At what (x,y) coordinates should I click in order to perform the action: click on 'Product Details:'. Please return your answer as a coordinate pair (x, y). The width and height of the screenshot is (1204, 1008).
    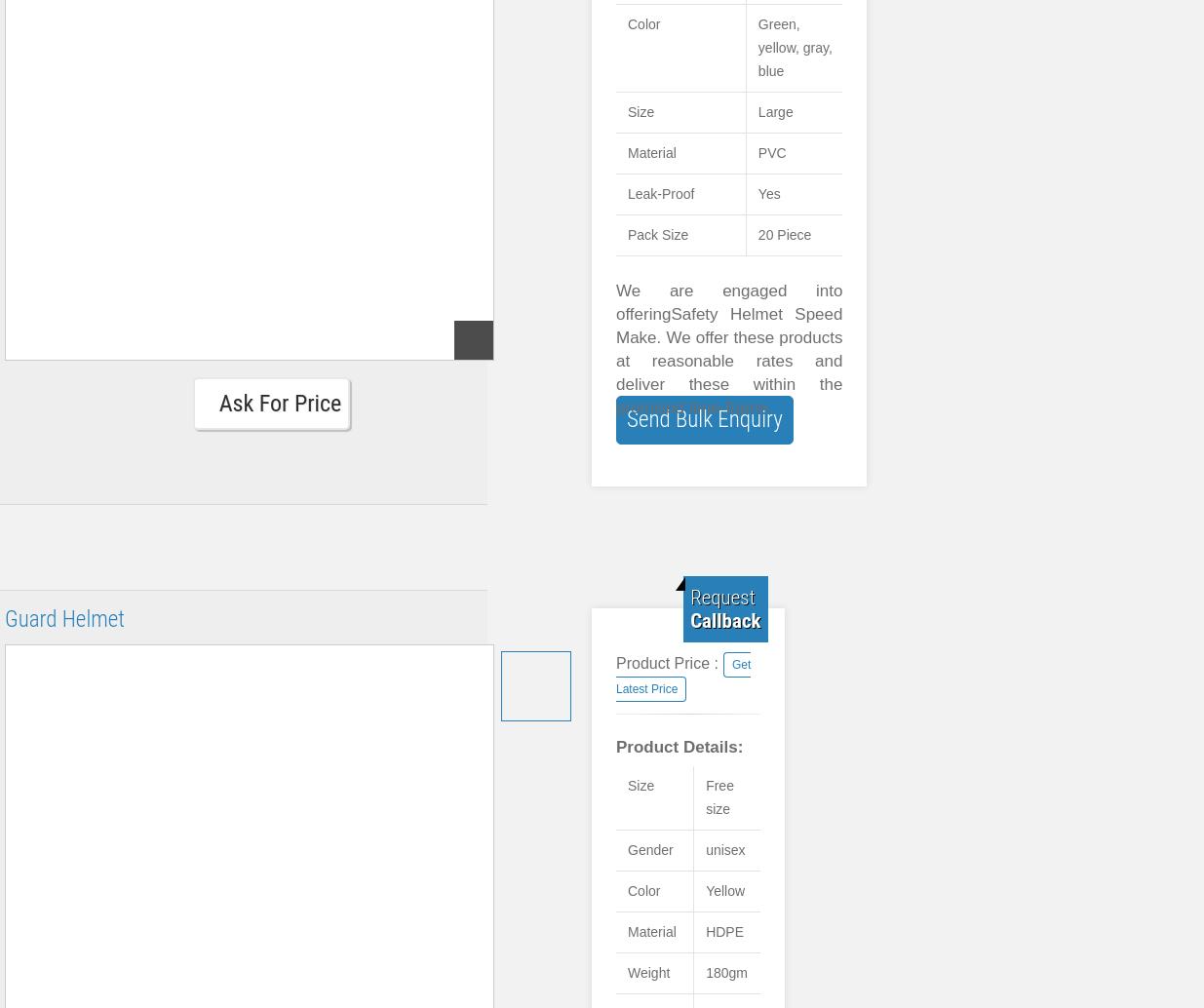
    Looking at the image, I should click on (680, 747).